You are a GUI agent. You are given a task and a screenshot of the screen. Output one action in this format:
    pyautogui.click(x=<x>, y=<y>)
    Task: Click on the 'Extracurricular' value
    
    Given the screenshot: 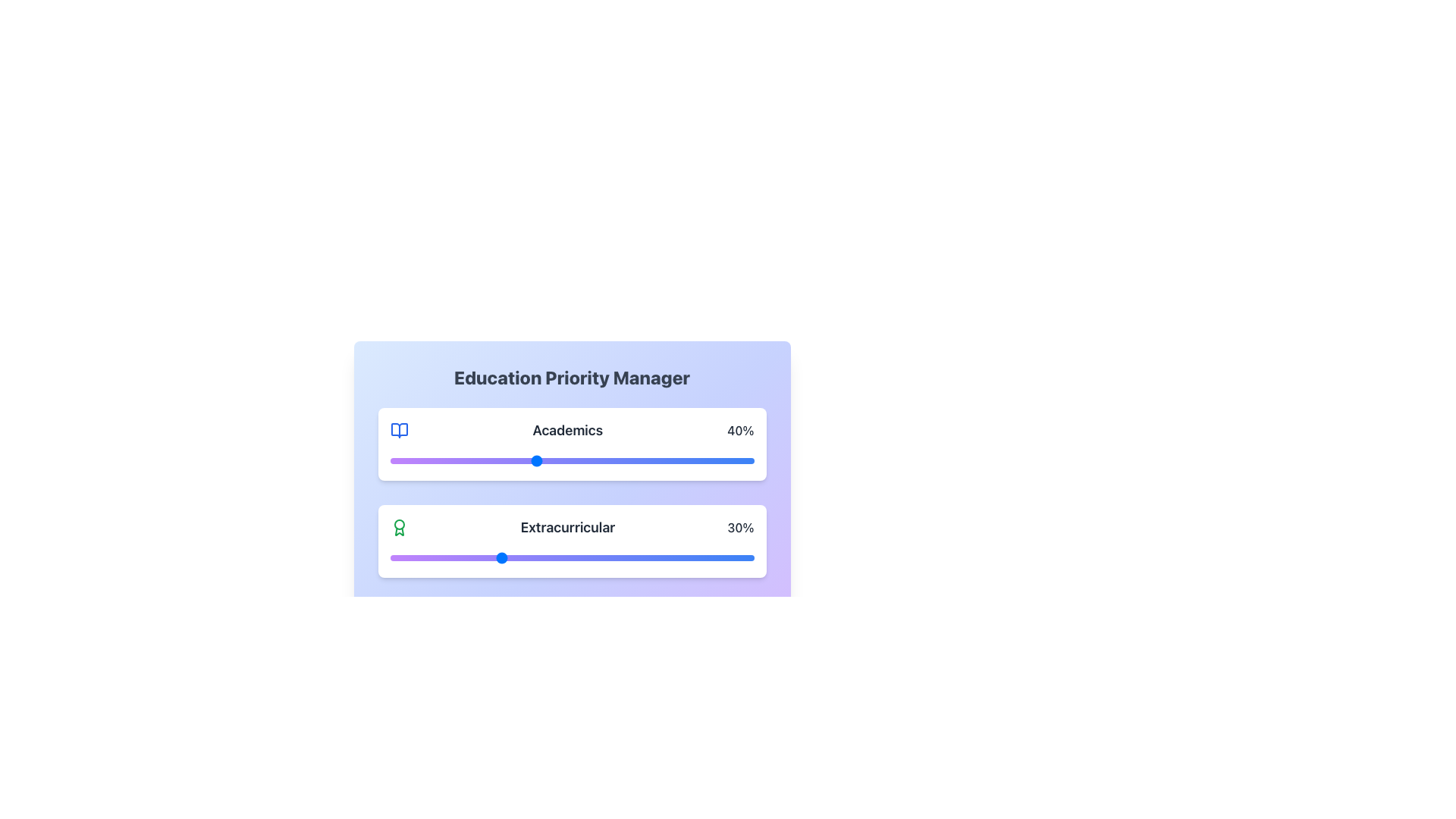 What is the action you would take?
    pyautogui.click(x=667, y=558)
    